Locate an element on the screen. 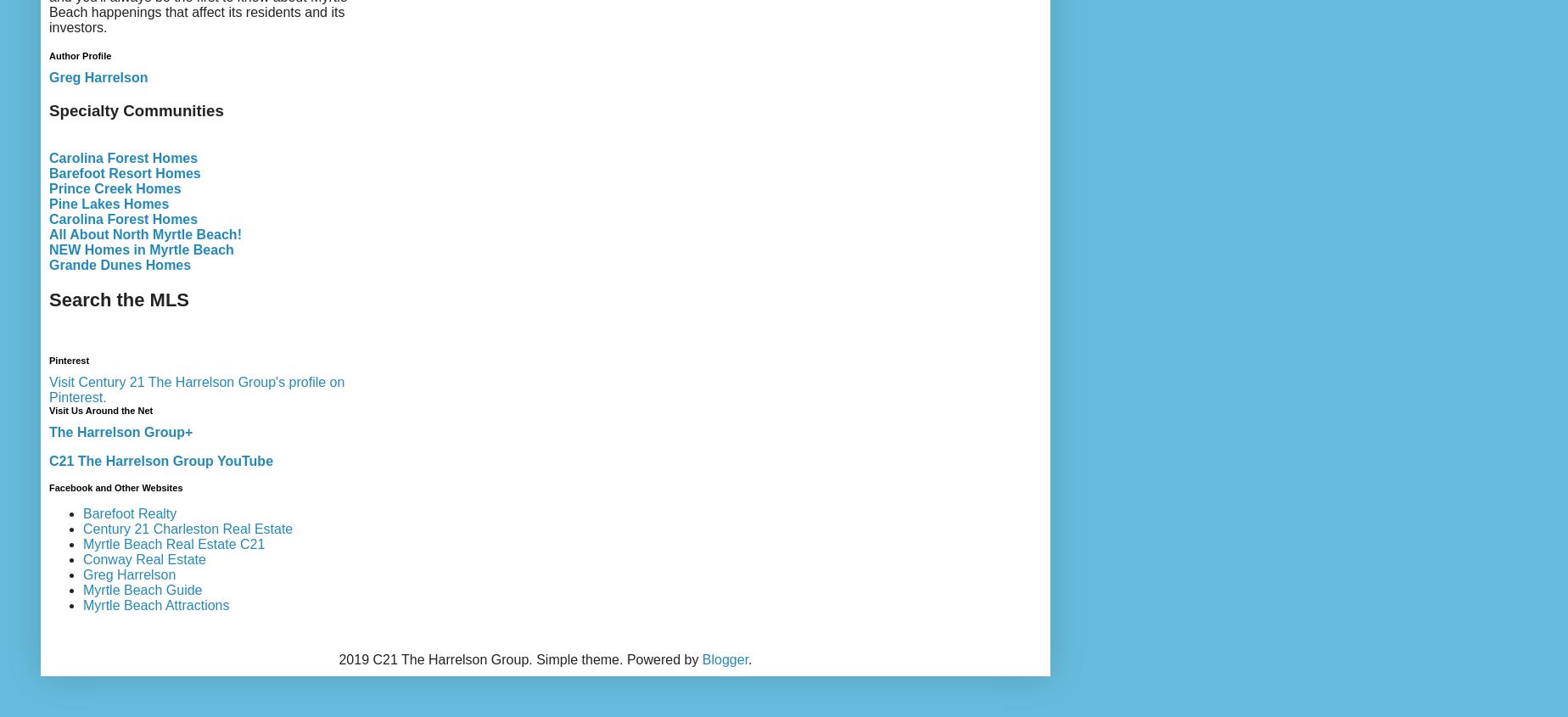 The height and width of the screenshot is (717, 1568). 'Prince Creek Homes' is located at coordinates (115, 188).